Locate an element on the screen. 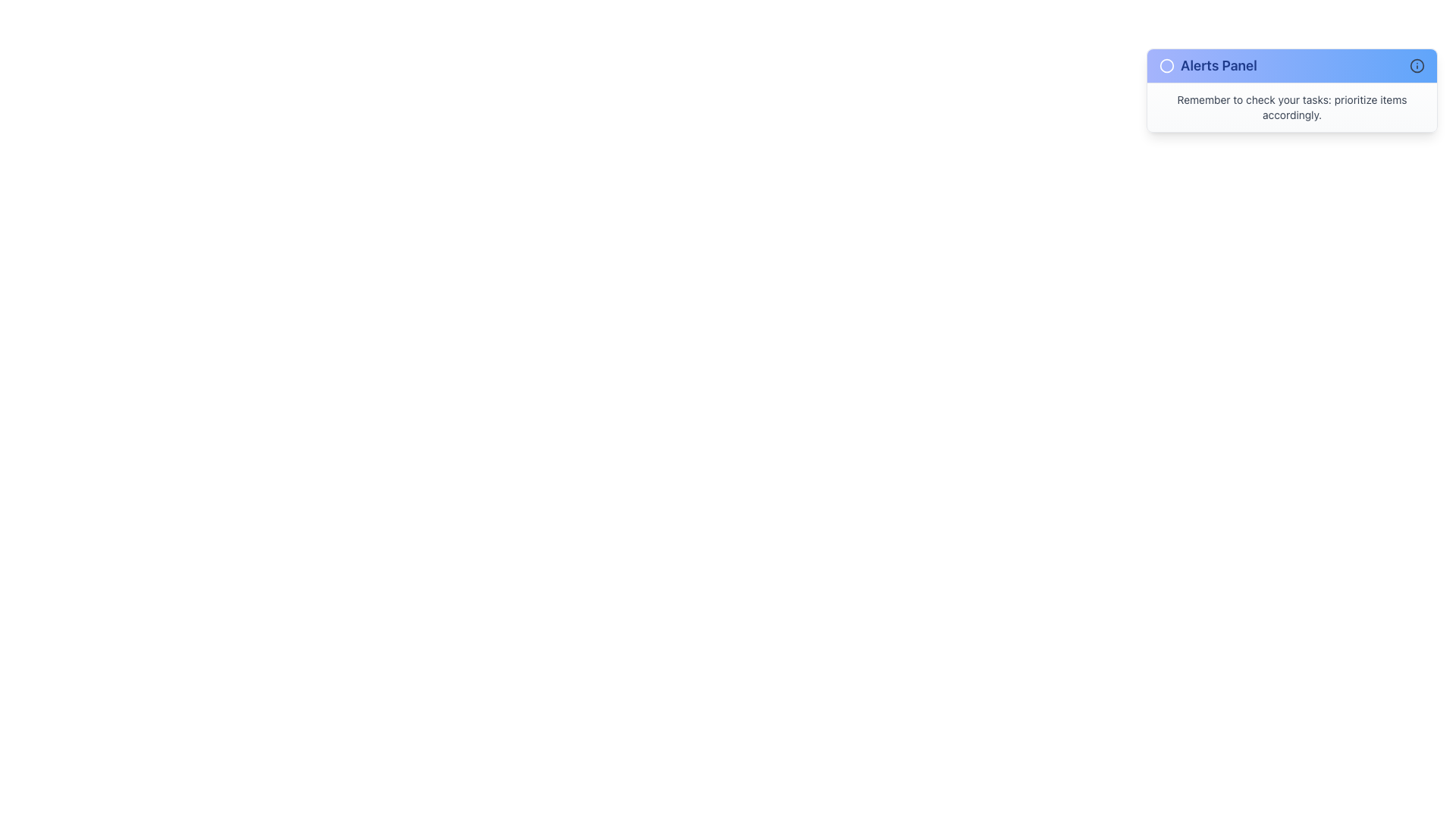 Image resolution: width=1456 pixels, height=819 pixels. the circular SVG graphic icon located in the top-left corner of the 'Alerts Panel' heading section is located at coordinates (1166, 65).